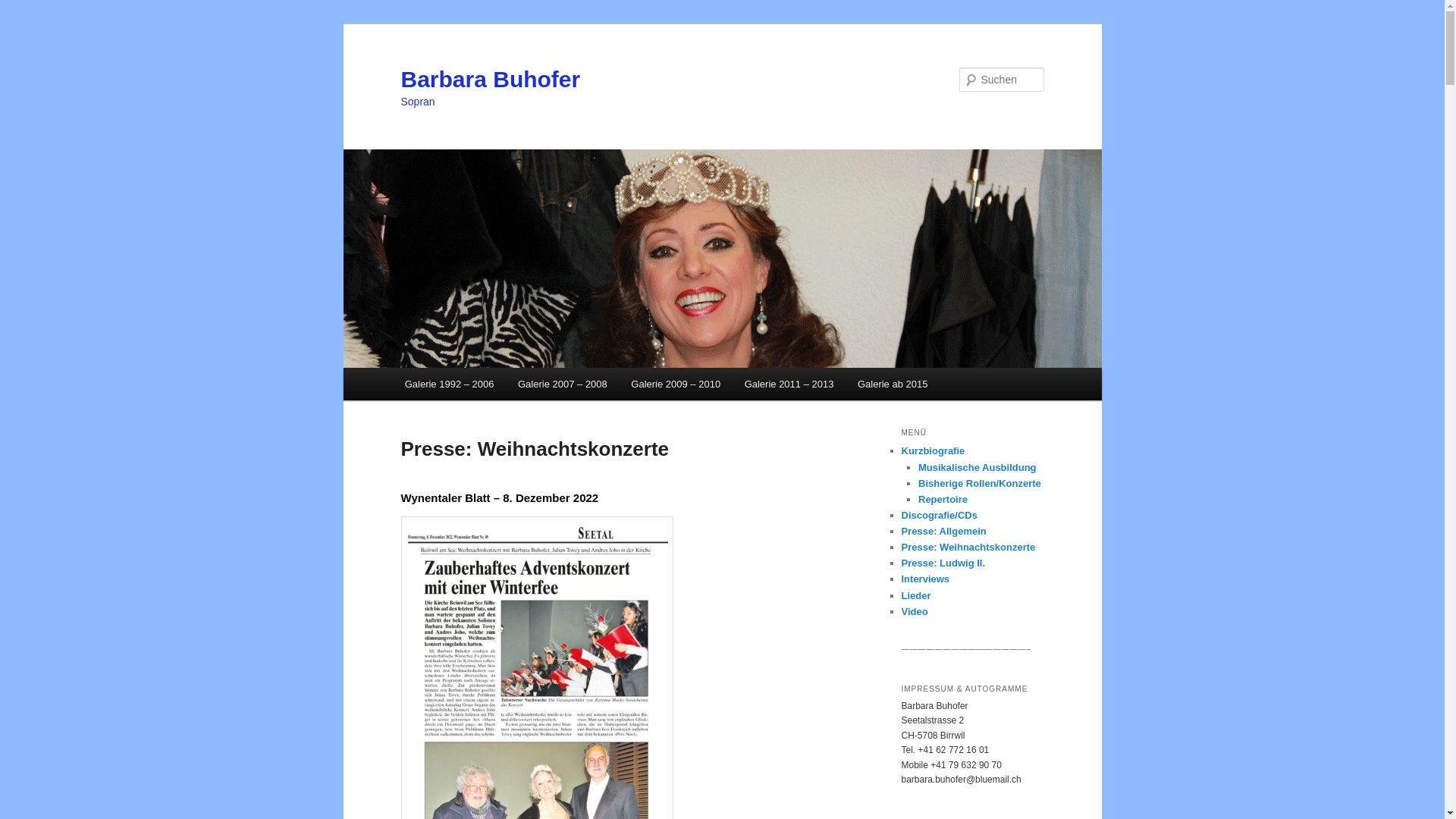 The image size is (1456, 819). Describe the element at coordinates (931, 450) in the screenshot. I see `'Kurzbiografie'` at that location.